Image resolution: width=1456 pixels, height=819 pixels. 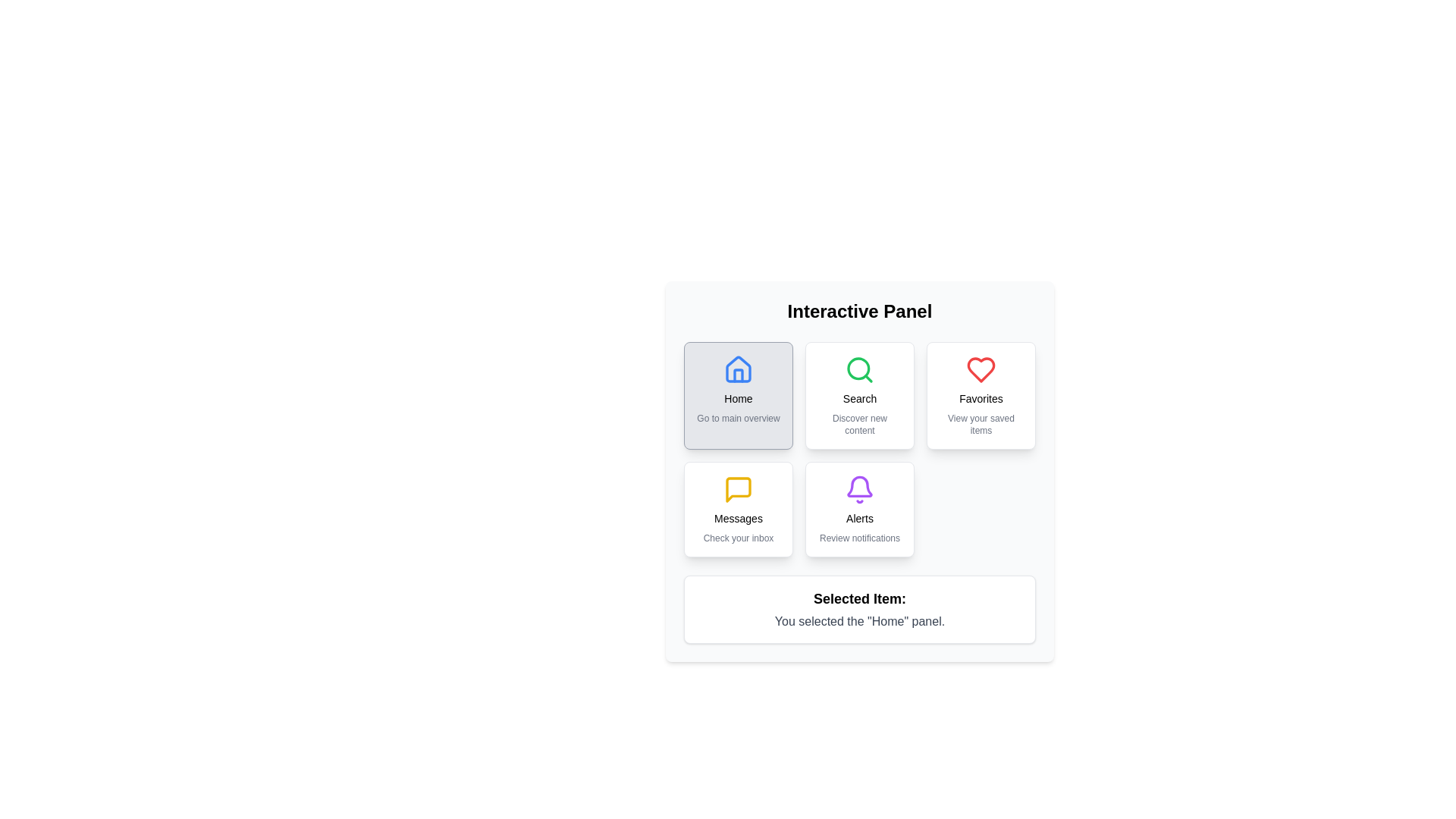 I want to click on the text label providing additional information about the 'Alerts' card, located at the bottom center of the card beneath the main label 'Alerts' and the bell icon, so click(x=859, y=537).